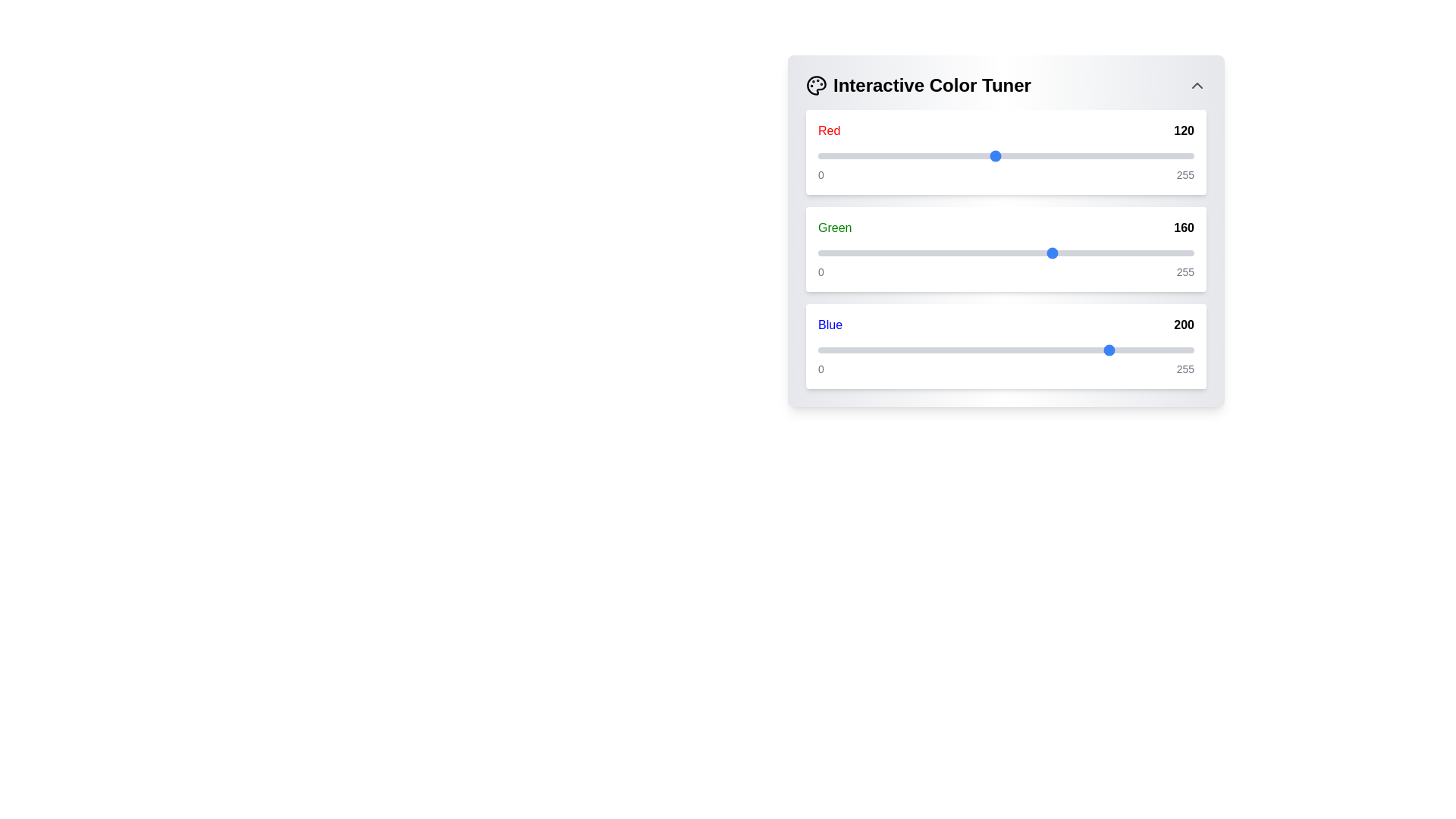  I want to click on the Blue color value, so click(1114, 350).